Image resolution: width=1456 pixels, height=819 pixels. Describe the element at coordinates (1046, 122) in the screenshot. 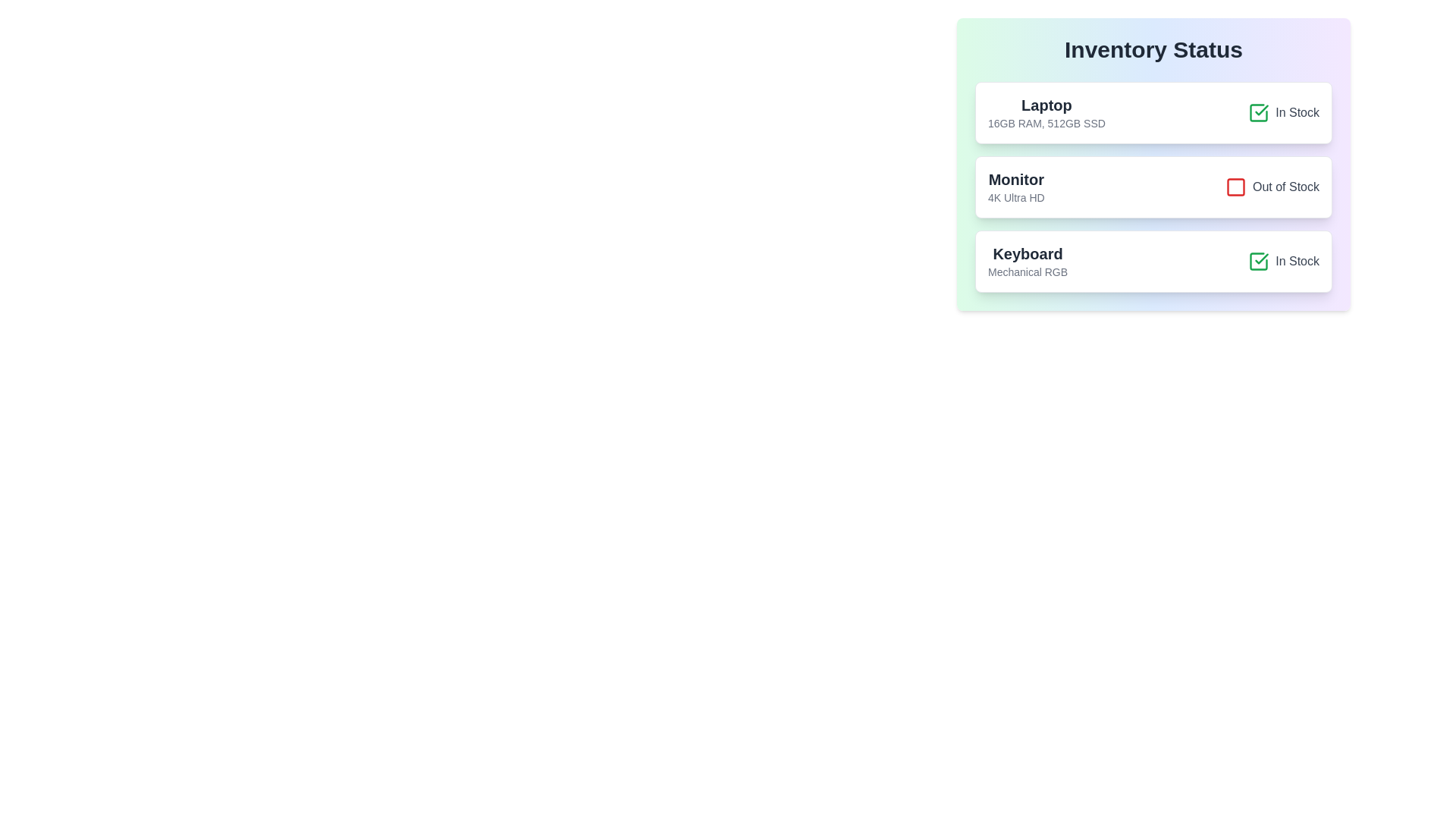

I see `the informational text detailing the technical specifications of the 'Laptop' item, located beneath the 'Laptop' title in the 'Inventory Status' list` at that location.